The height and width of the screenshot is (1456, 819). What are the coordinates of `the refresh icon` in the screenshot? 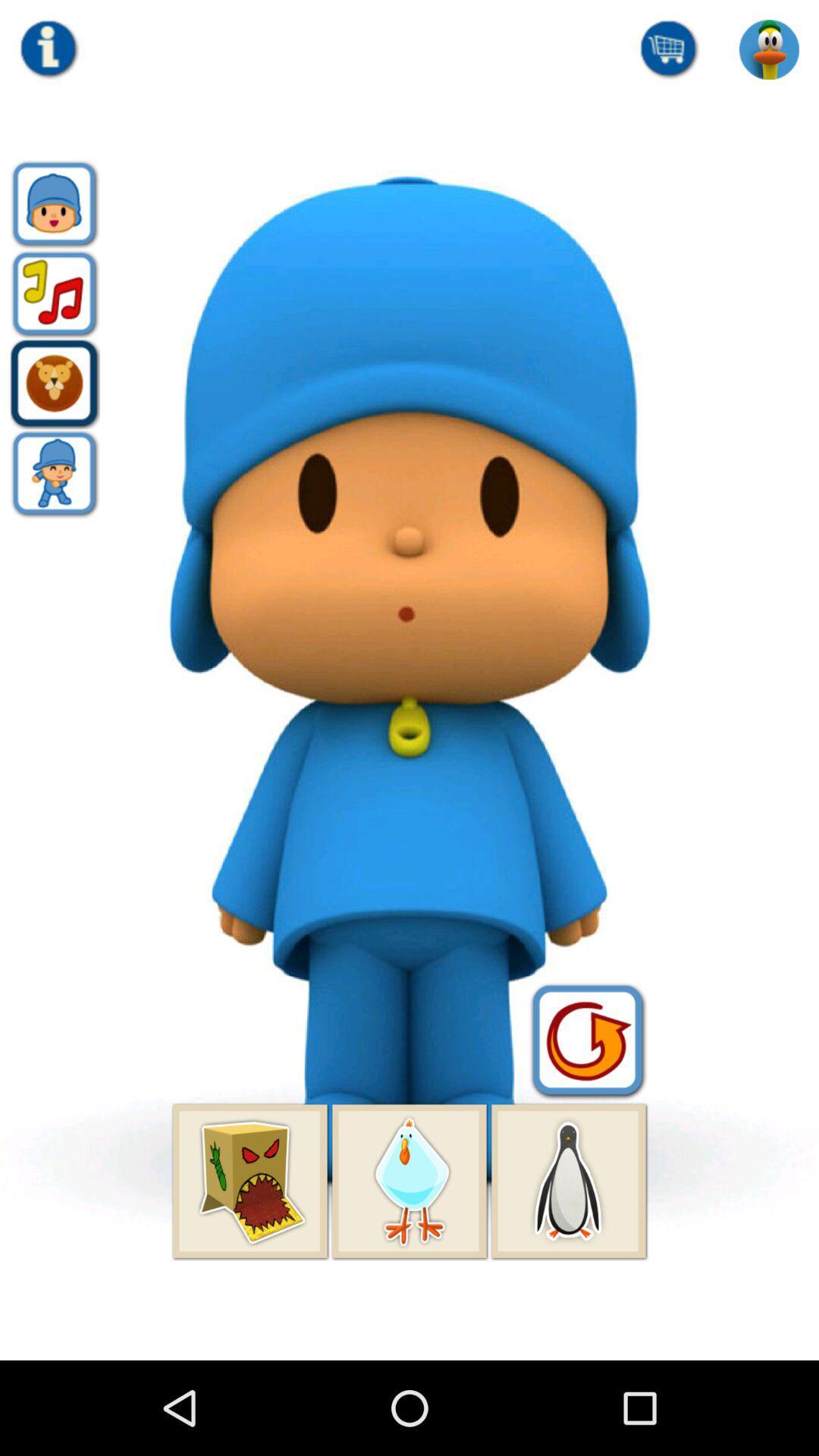 It's located at (588, 1115).